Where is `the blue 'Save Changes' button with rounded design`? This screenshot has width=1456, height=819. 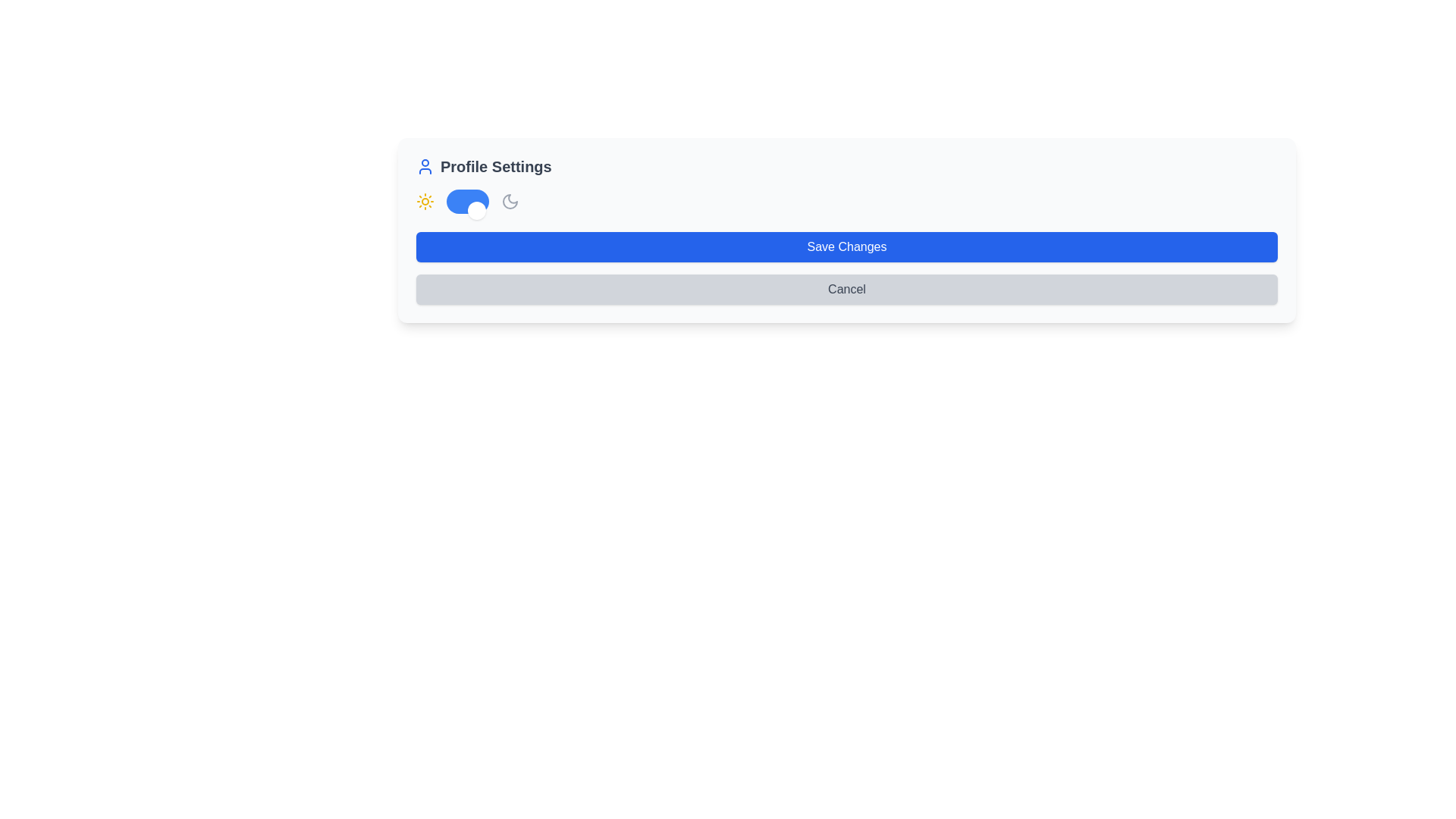
the blue 'Save Changes' button with rounded design is located at coordinates (846, 246).